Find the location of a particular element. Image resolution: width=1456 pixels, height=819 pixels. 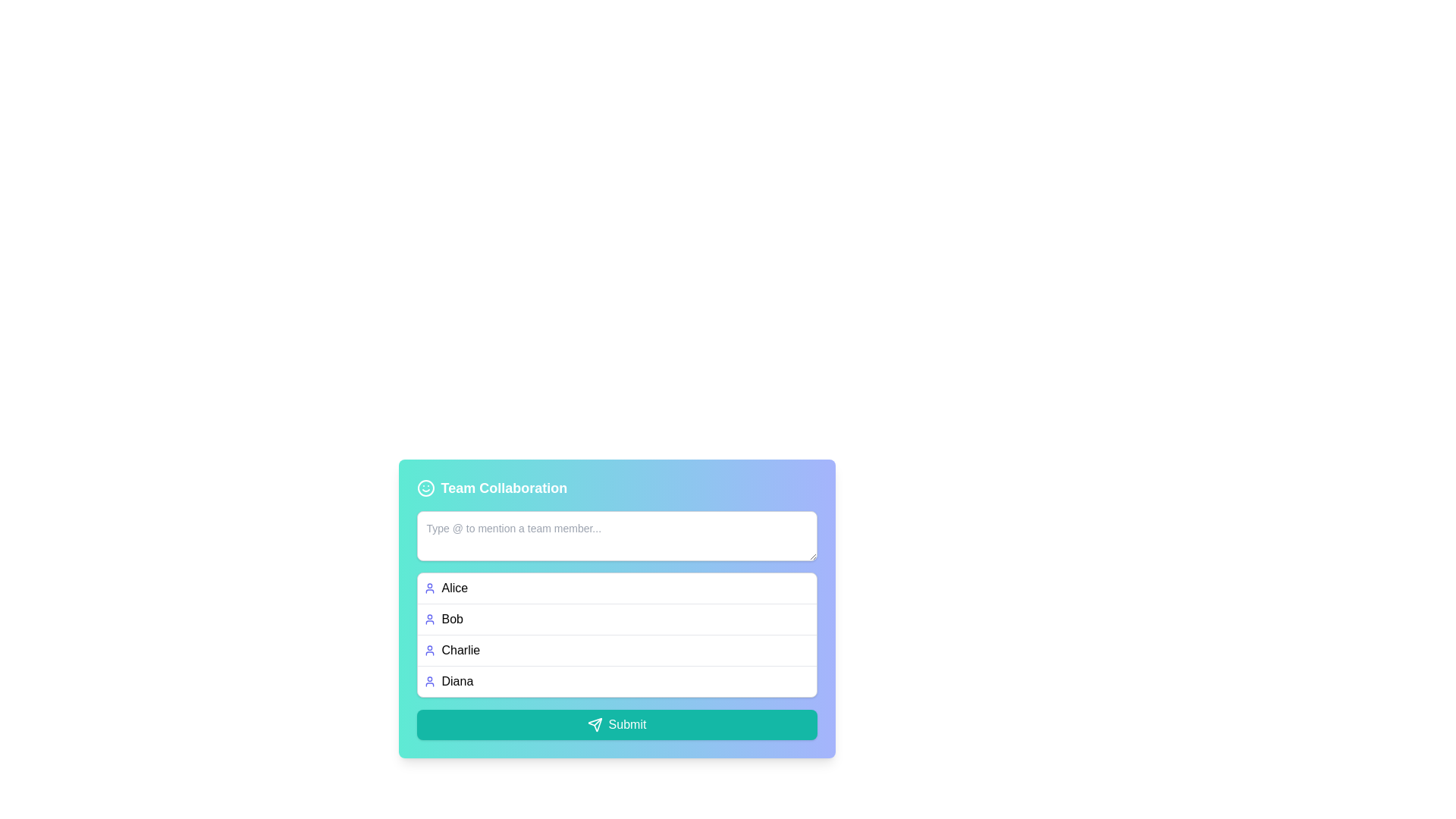

the Text Label that serves as the title or heading for the card, which is centrally aligned at the top of the card interface to the right of an emoji icon is located at coordinates (504, 488).